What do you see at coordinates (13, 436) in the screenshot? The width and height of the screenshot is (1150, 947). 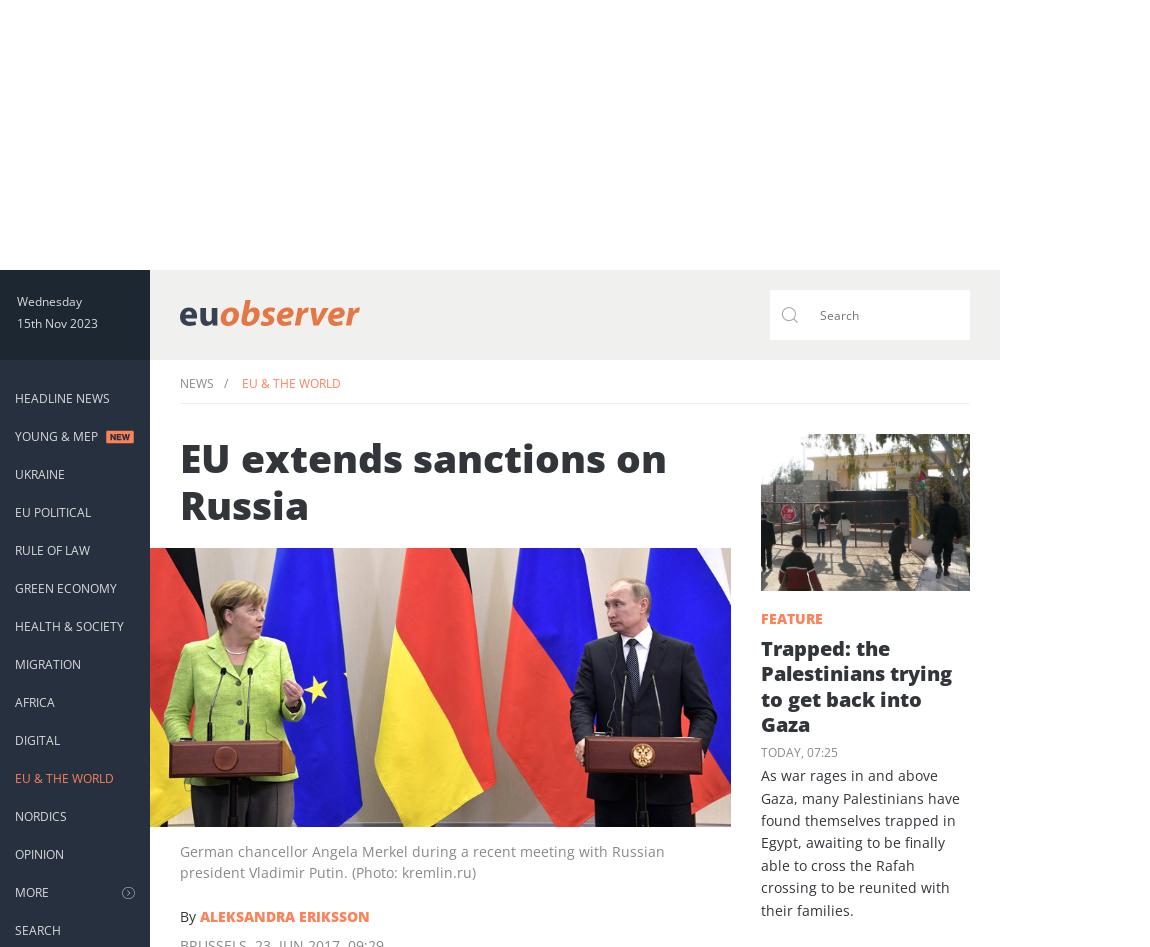 I see `'Young & MEP'` at bounding box center [13, 436].